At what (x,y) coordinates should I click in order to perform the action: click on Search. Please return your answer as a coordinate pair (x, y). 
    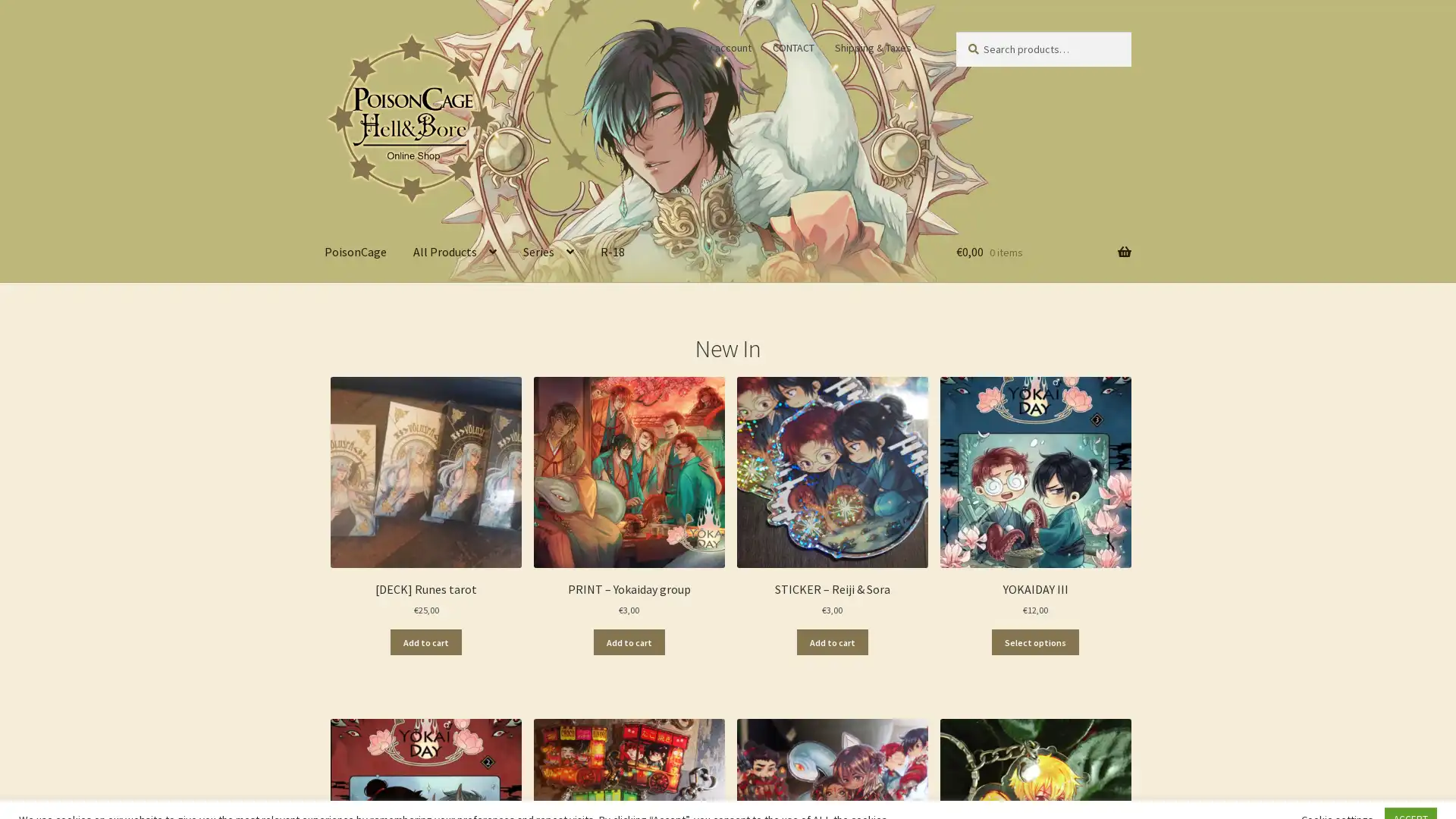
    Looking at the image, I should click on (954, 30).